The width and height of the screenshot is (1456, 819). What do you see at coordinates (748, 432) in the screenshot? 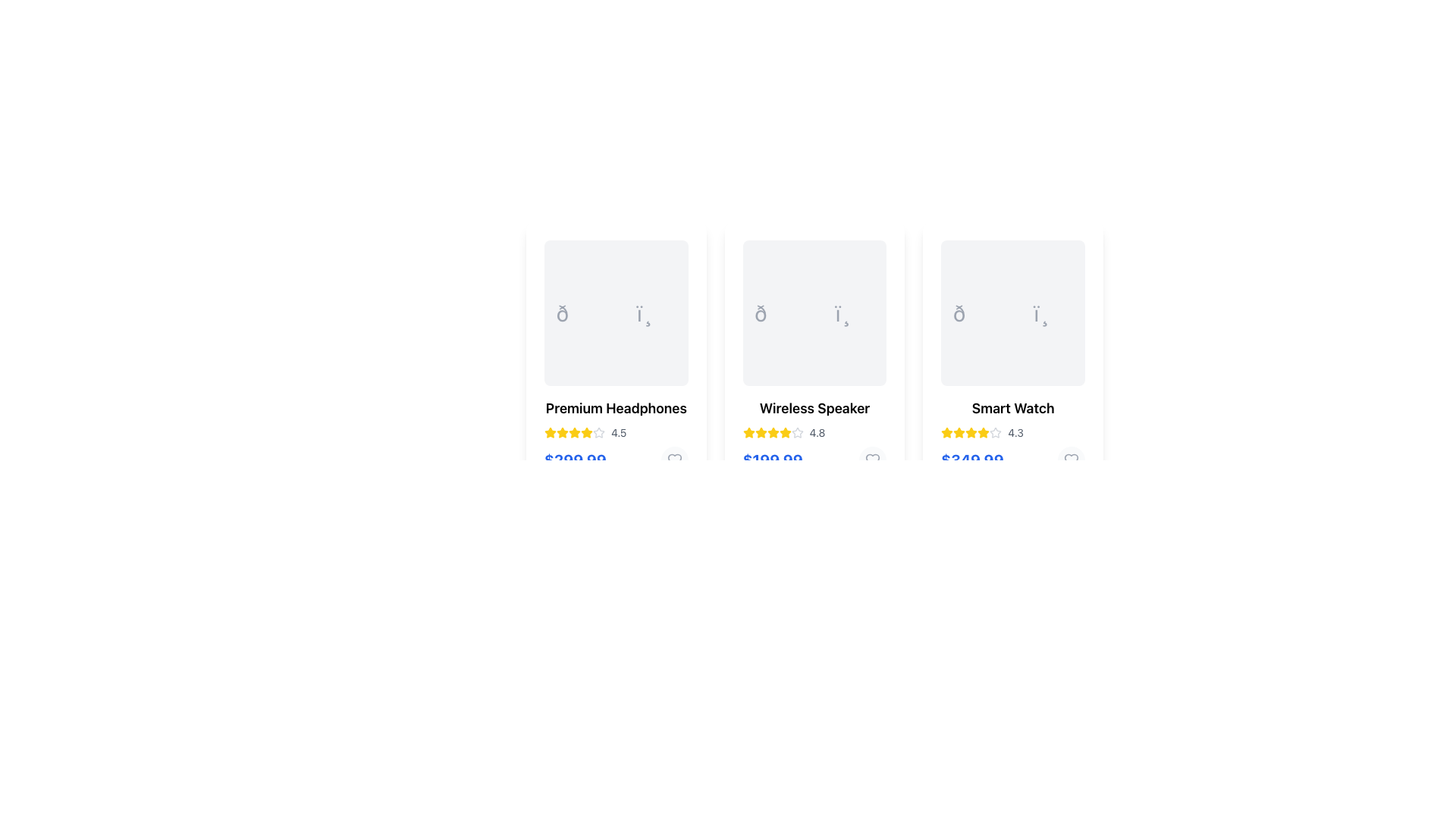
I see `the first star icon in the rating section of the product card for 'Wireless Speaker' to visually represent part of the rating value` at bounding box center [748, 432].